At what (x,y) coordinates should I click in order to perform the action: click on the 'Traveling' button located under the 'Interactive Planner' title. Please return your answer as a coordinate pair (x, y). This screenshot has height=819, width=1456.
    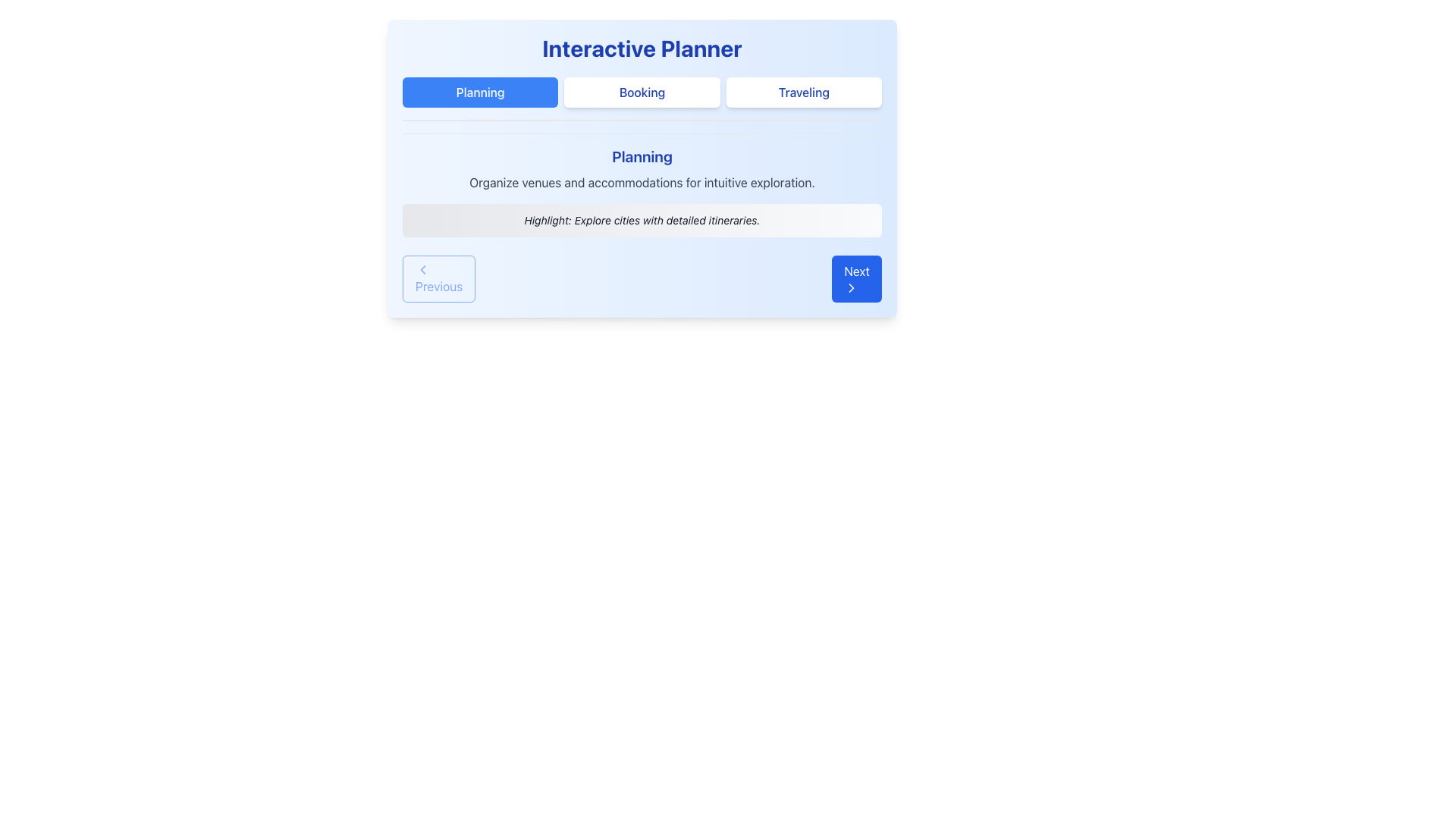
    Looking at the image, I should click on (803, 93).